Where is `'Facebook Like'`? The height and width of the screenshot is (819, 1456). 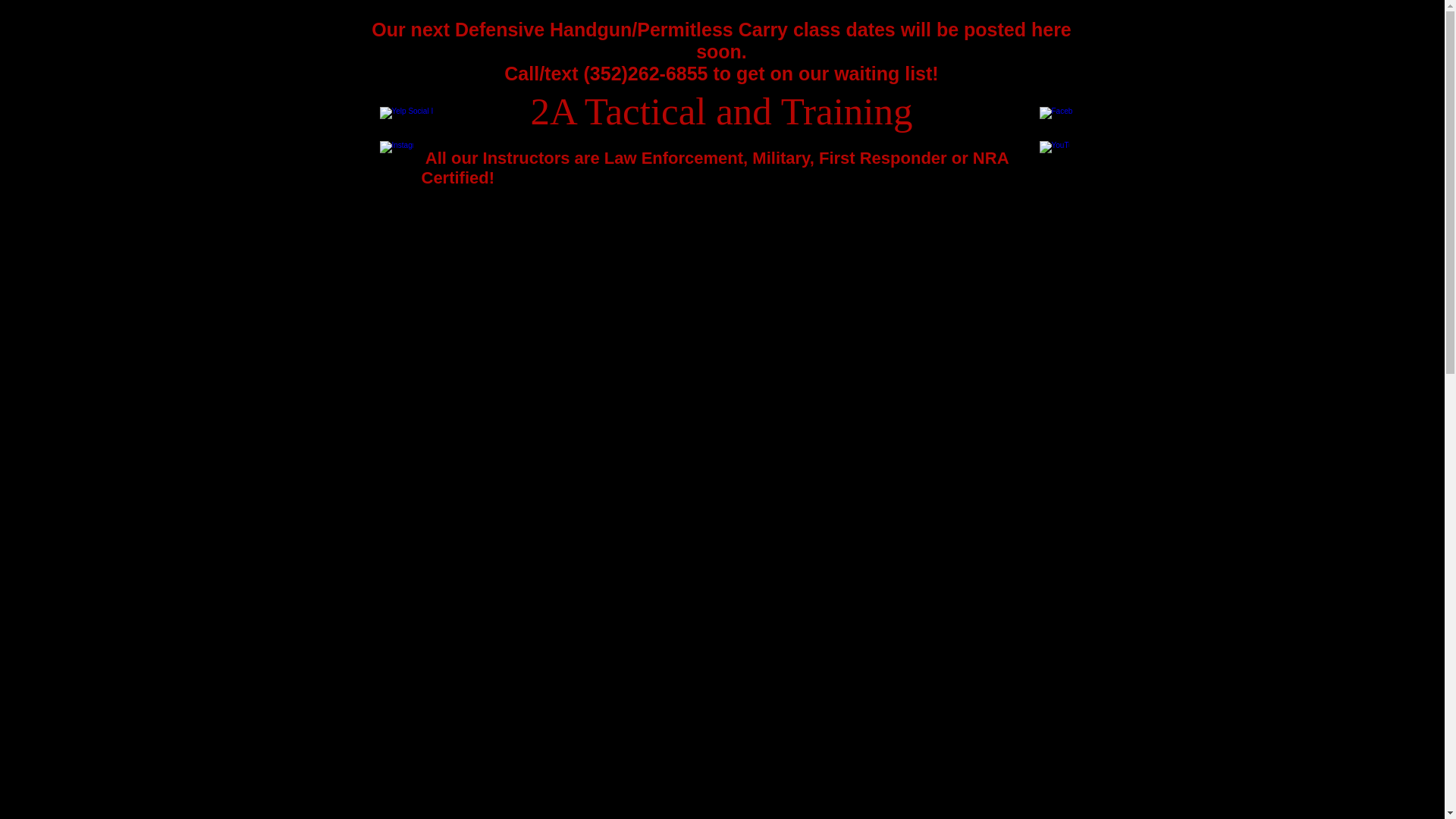
'Facebook Like' is located at coordinates (1022, 93).